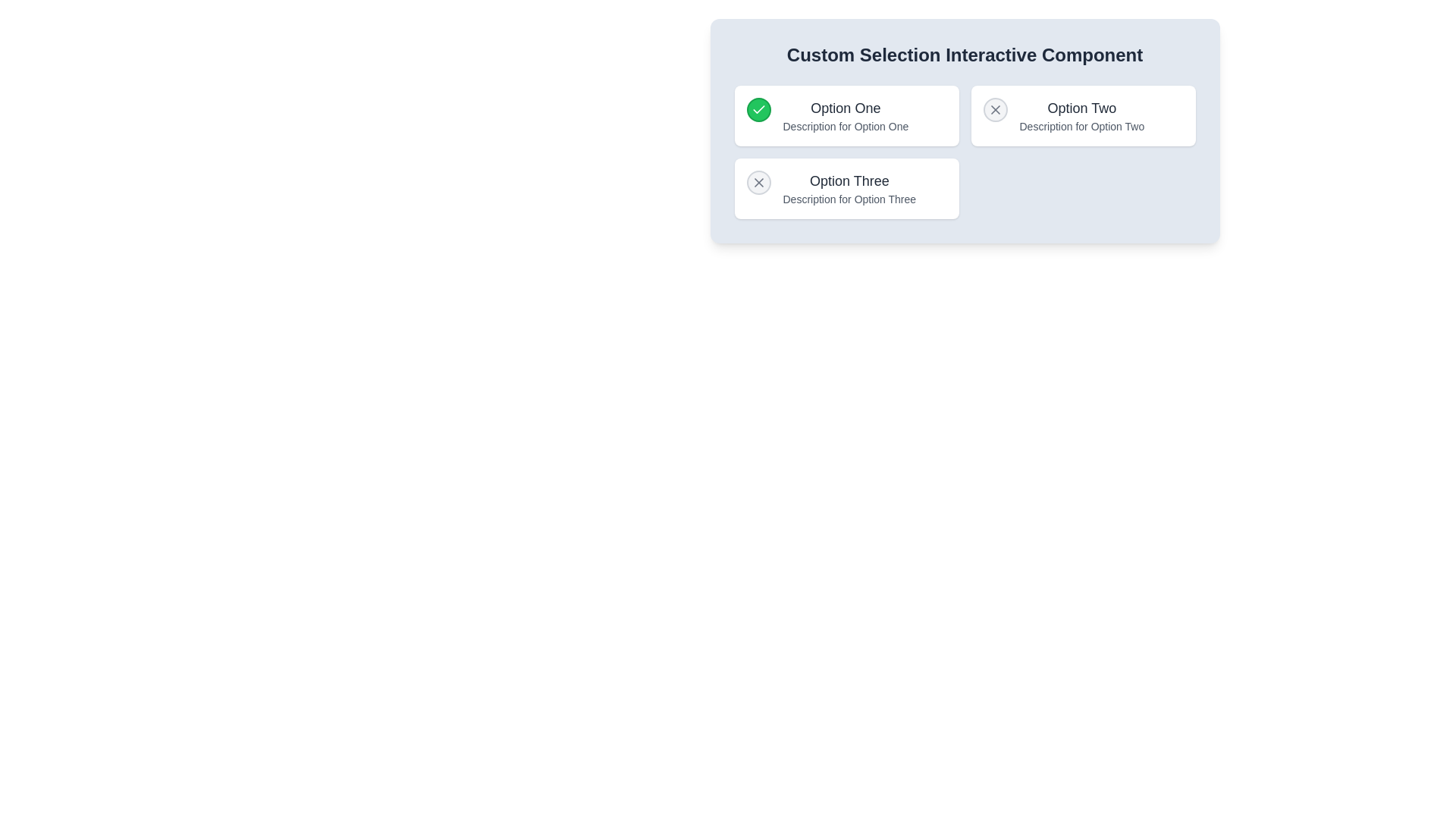  I want to click on the SVG graphic icon inside the circular button to the right of the 'Option Two' text, so click(758, 181).